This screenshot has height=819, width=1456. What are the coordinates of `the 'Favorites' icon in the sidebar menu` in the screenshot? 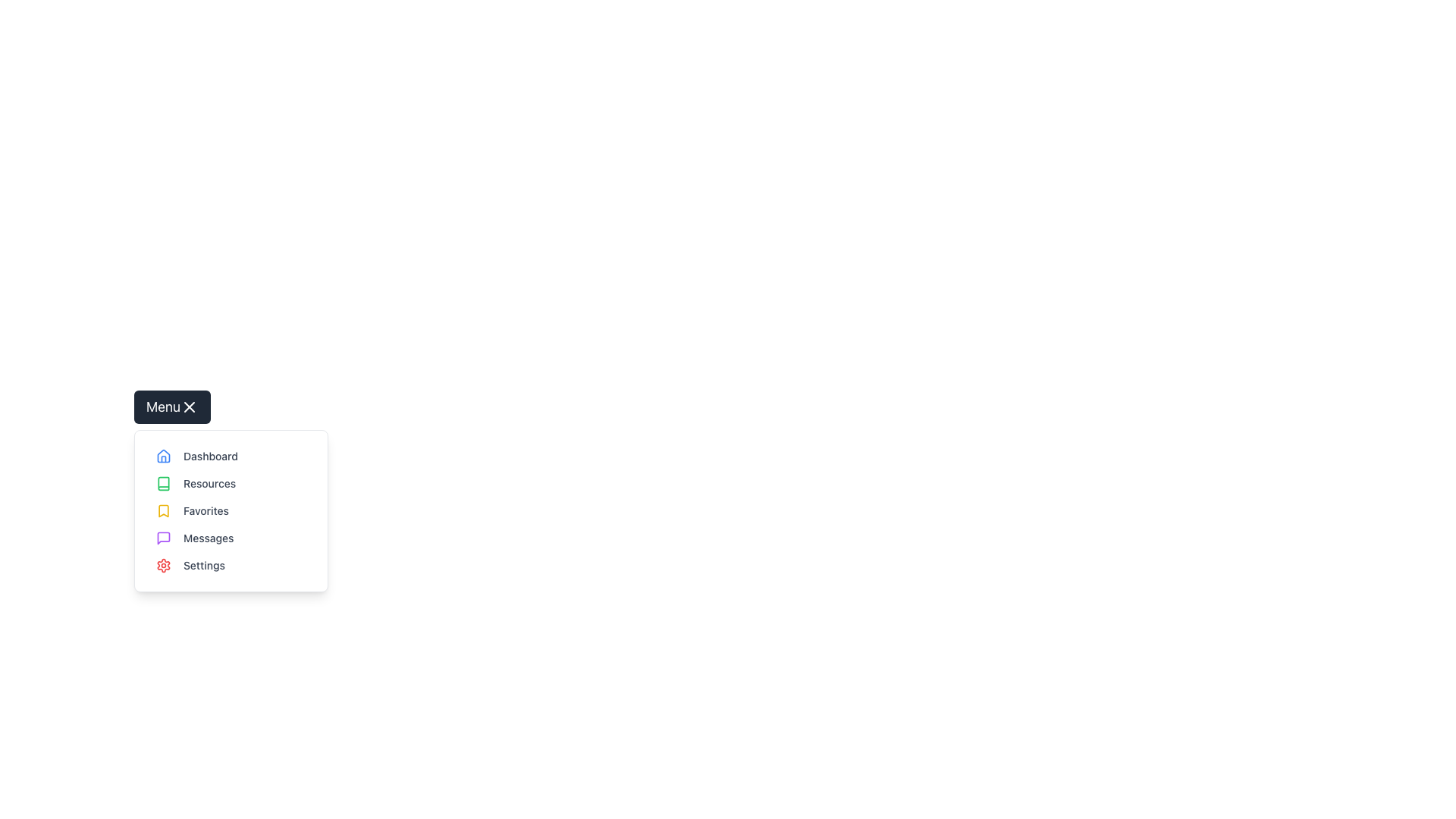 It's located at (164, 511).